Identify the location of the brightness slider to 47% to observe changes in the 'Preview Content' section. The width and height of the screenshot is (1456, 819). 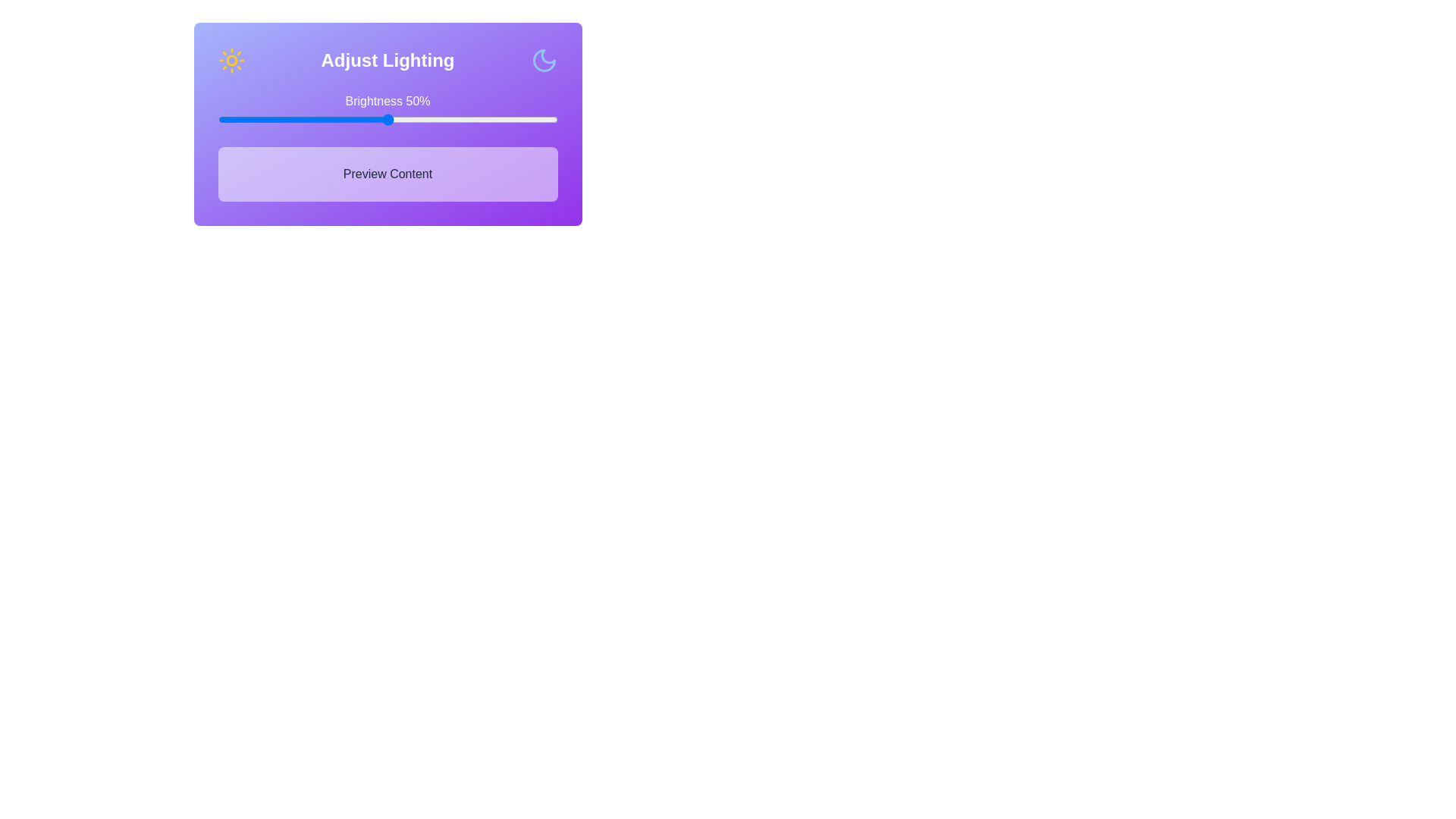
(378, 119).